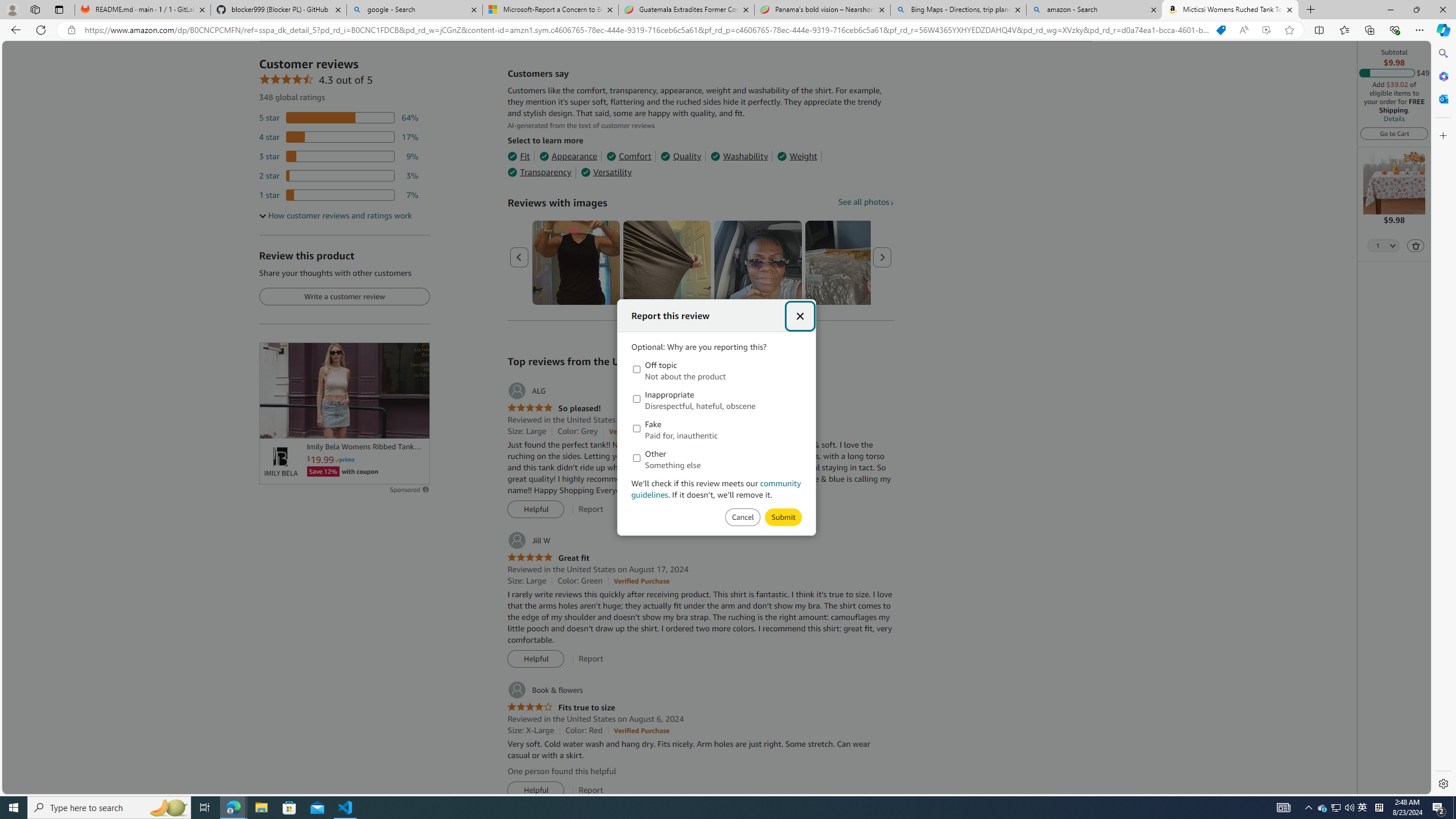 This screenshot has height=819, width=1456. What do you see at coordinates (554, 408) in the screenshot?
I see `'5.0 out of 5 stars So pleased!'` at bounding box center [554, 408].